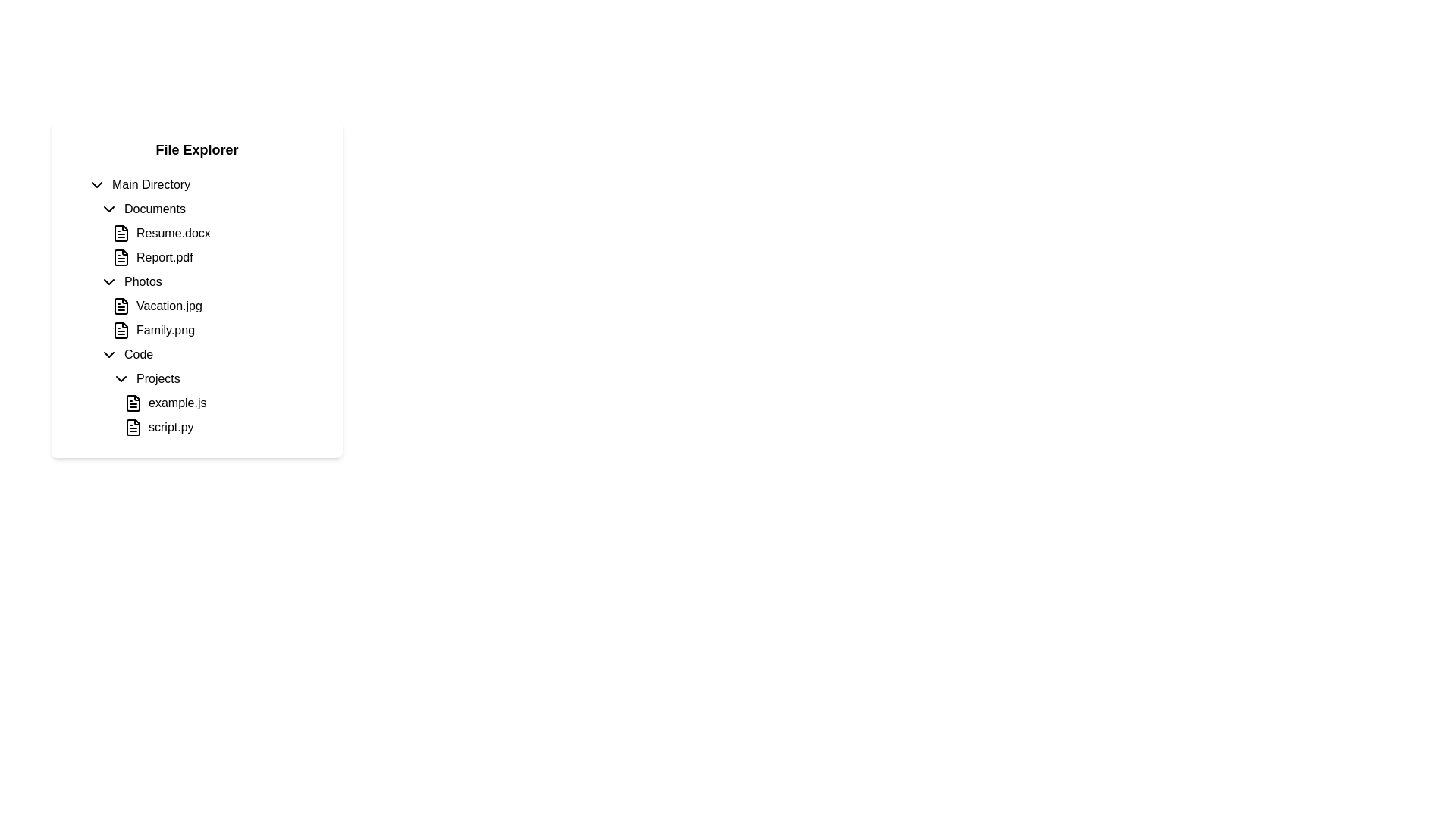 This screenshot has height=819, width=1456. Describe the element at coordinates (169, 306) in the screenshot. I see `text label displaying the filename 'Vacation.jpg' located in the 'Photos' folder of the file explorer interface` at that location.